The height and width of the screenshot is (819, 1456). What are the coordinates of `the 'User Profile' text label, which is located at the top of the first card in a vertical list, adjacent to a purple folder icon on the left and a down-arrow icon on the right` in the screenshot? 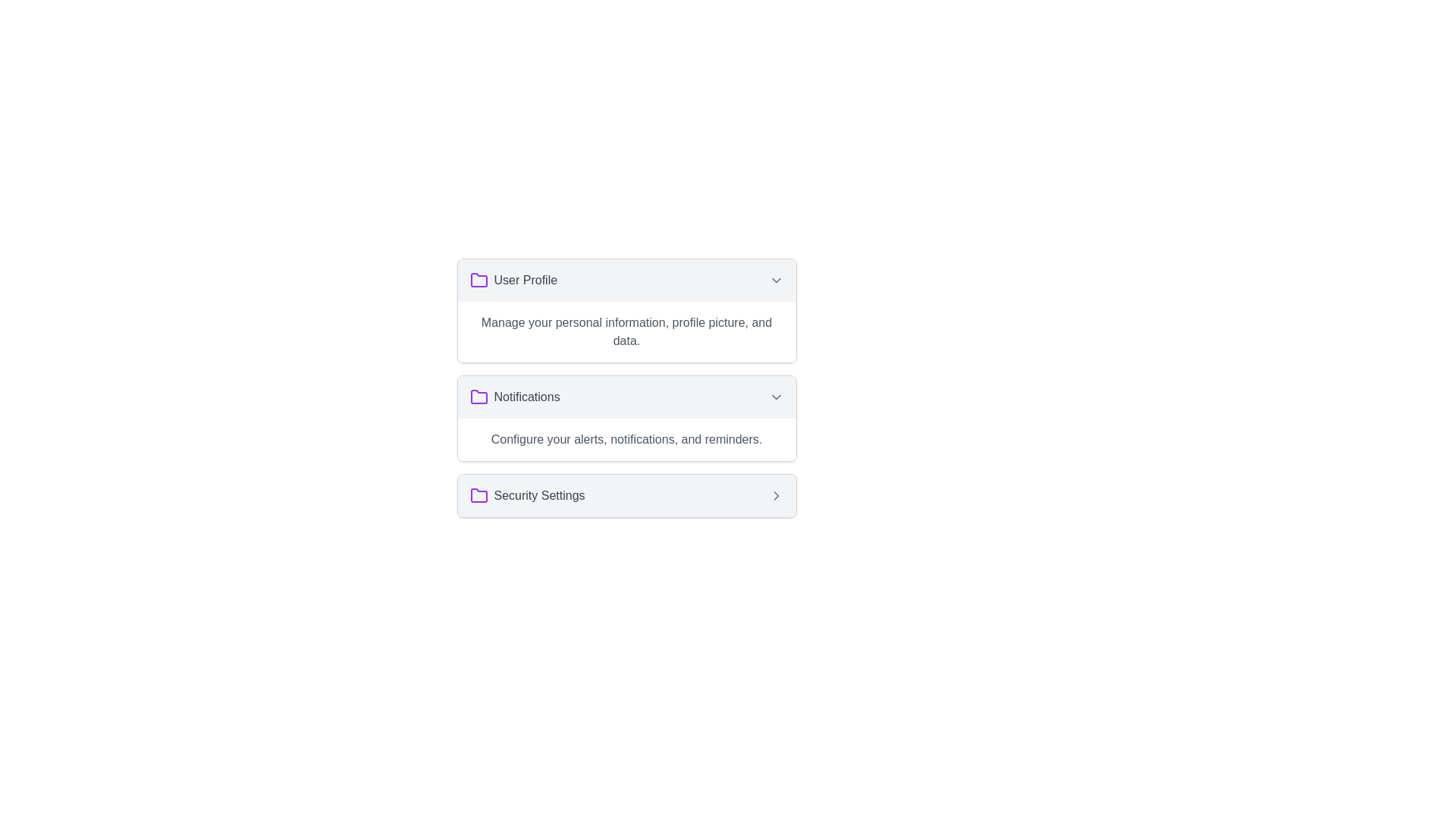 It's located at (526, 281).